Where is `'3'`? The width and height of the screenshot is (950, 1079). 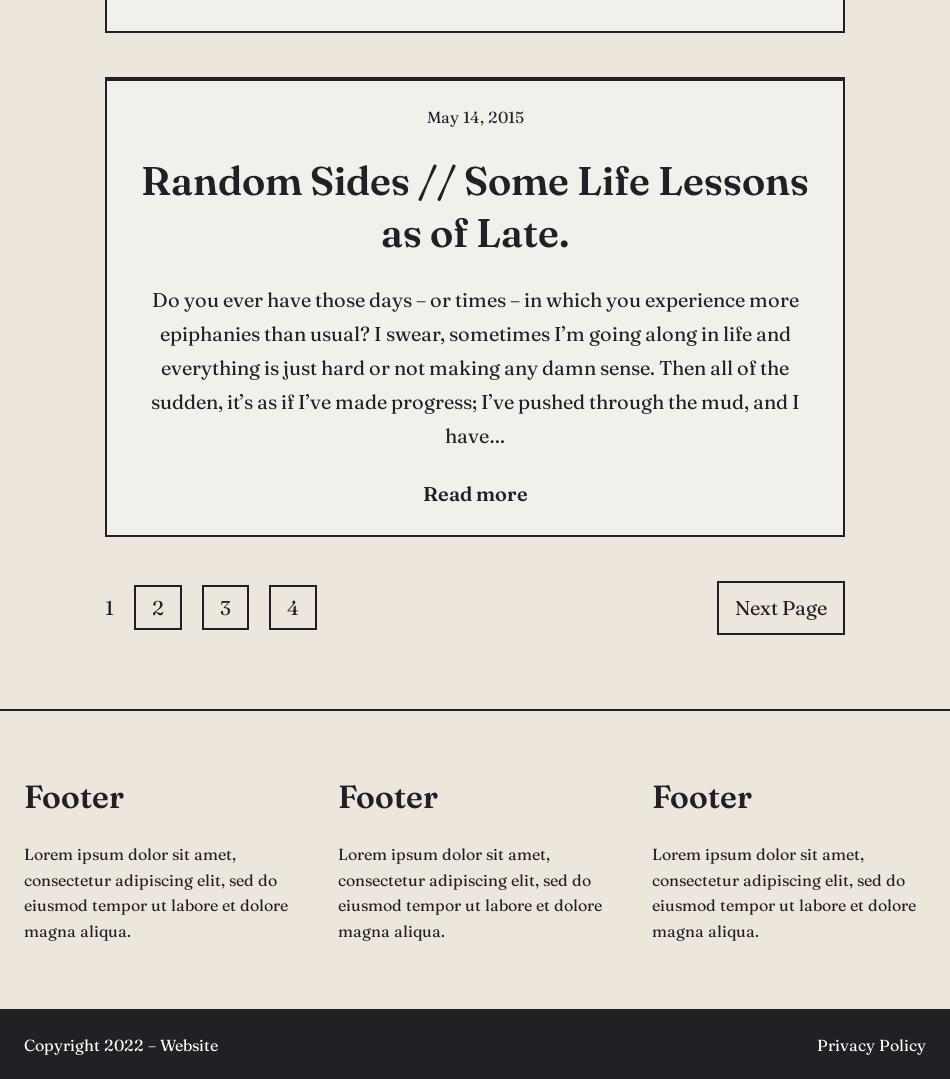 '3' is located at coordinates (225, 606).